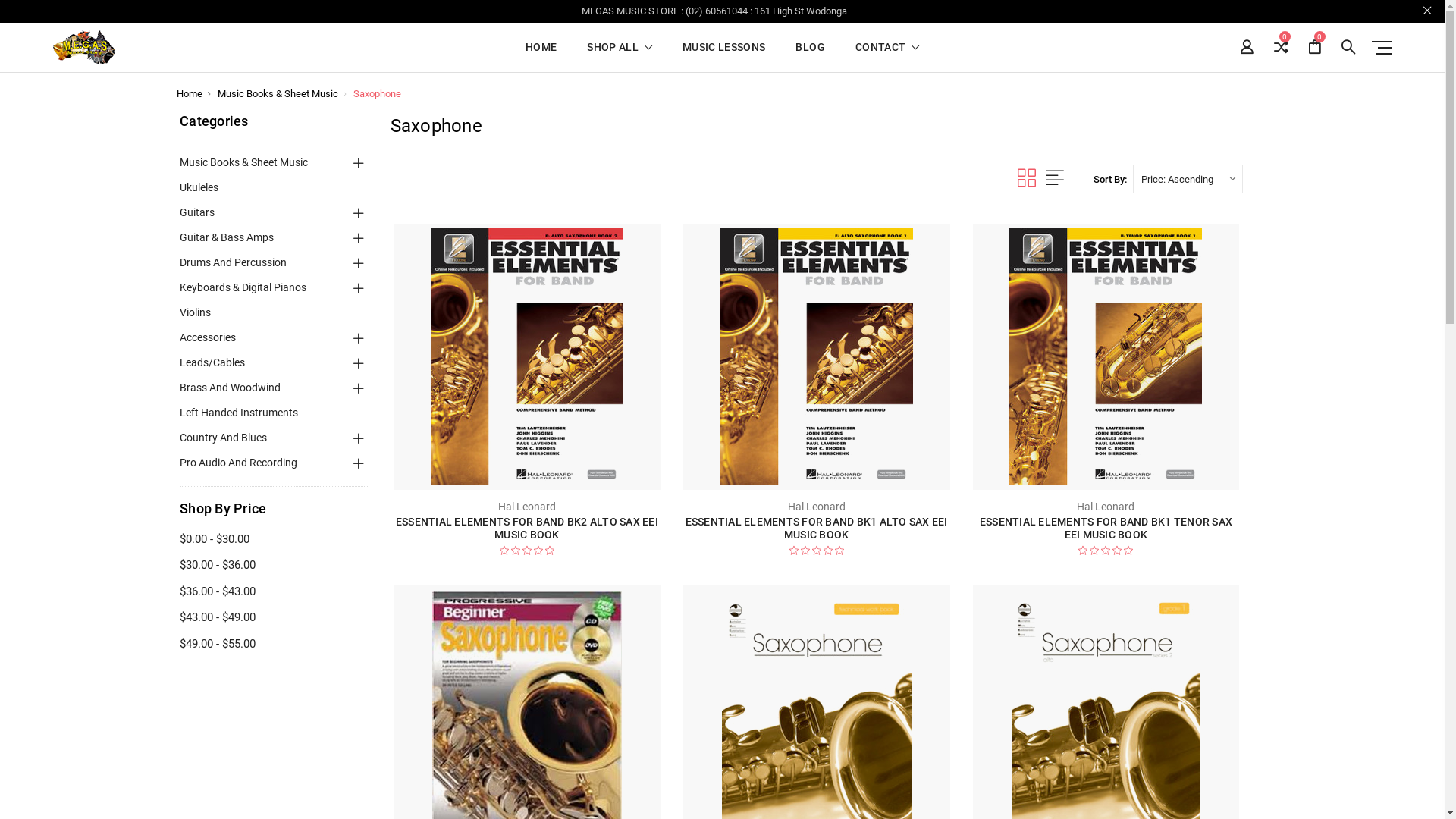 This screenshot has height=819, width=1456. What do you see at coordinates (1308, 45) in the screenshot?
I see `'0'` at bounding box center [1308, 45].